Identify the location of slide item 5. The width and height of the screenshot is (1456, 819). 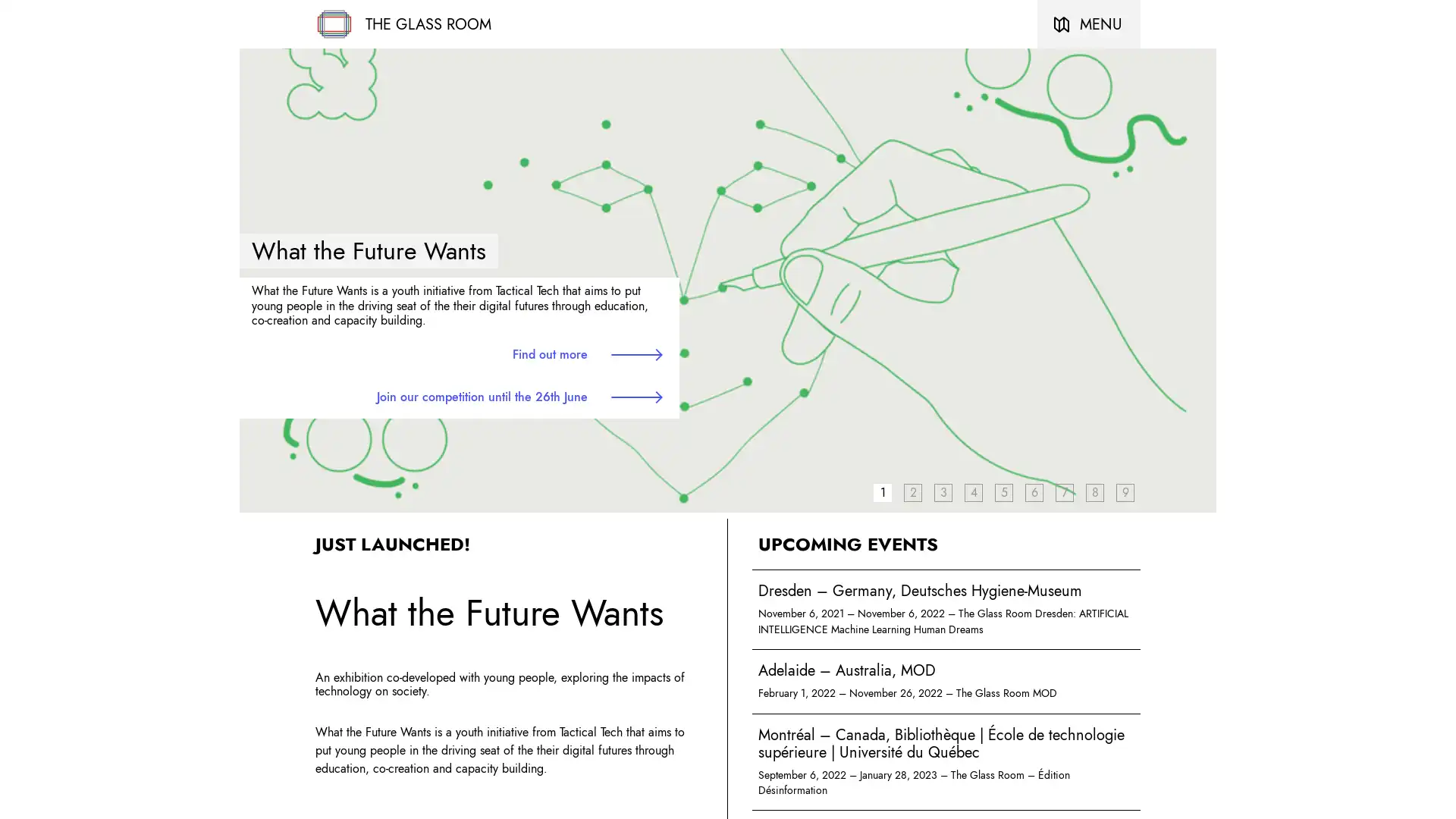
(1004, 491).